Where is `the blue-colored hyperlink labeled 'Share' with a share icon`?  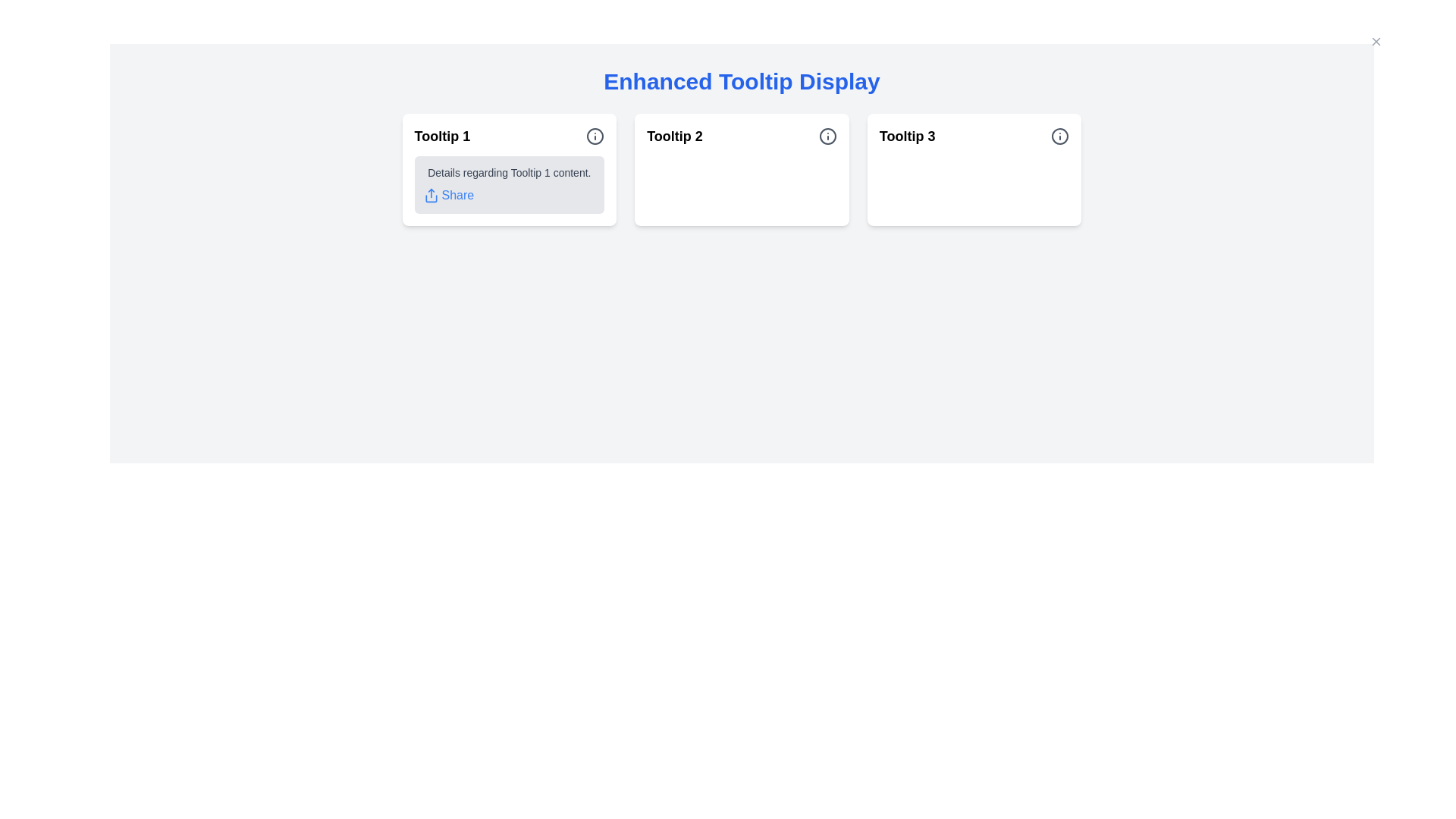 the blue-colored hyperlink labeled 'Share' with a share icon is located at coordinates (447, 195).